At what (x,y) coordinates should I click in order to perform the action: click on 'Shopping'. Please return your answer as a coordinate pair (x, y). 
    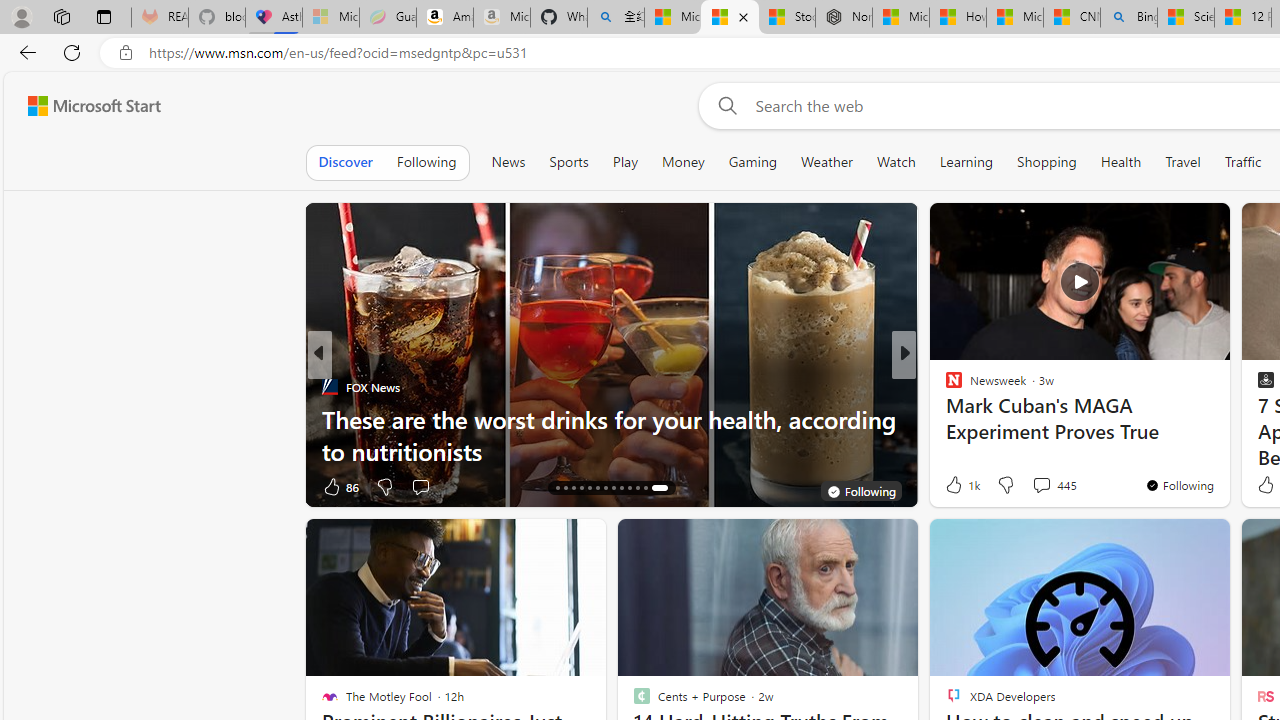
    Looking at the image, I should click on (1046, 161).